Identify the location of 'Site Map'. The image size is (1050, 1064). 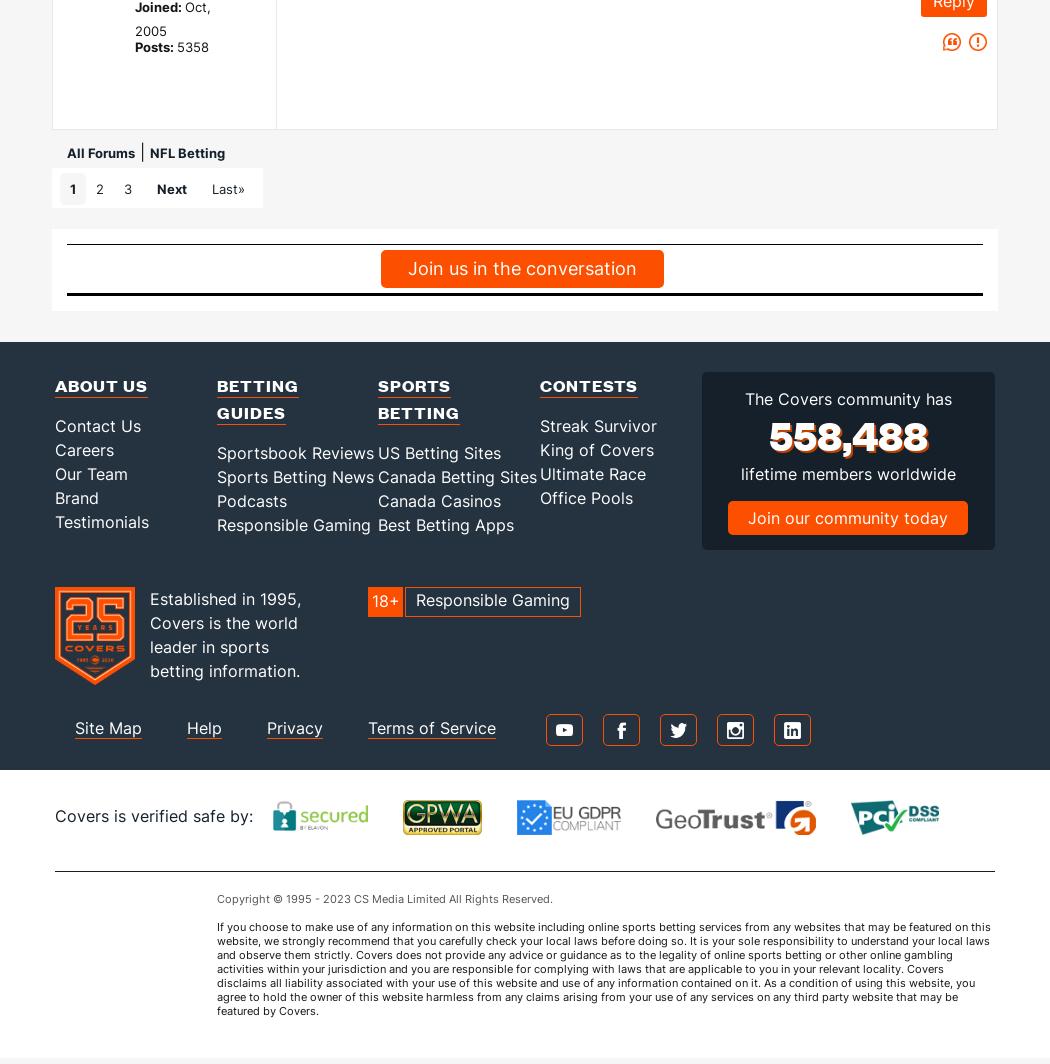
(108, 727).